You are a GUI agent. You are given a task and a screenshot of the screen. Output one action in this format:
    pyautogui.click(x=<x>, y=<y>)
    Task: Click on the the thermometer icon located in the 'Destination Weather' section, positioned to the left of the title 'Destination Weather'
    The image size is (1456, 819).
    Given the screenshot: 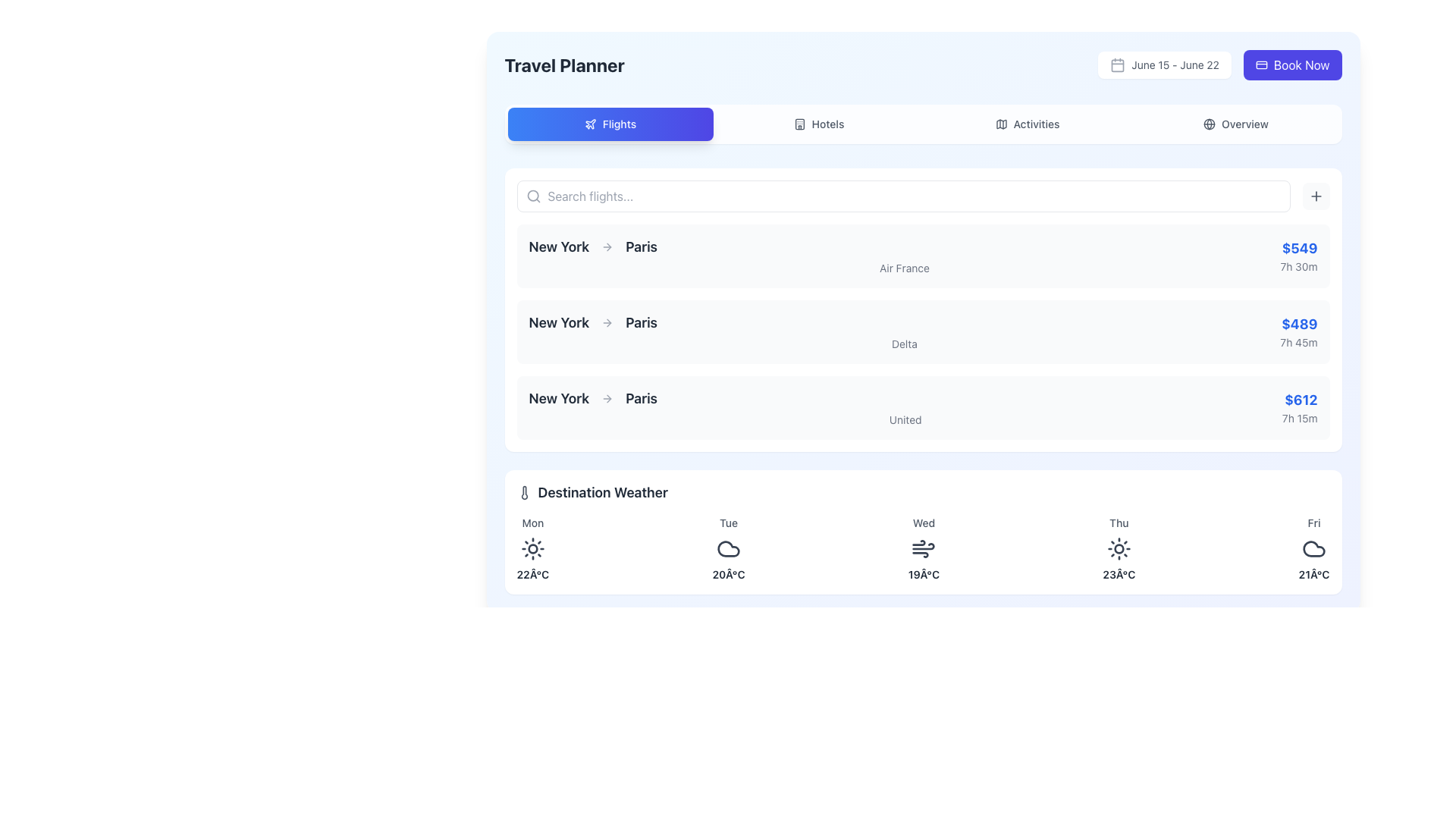 What is the action you would take?
    pyautogui.click(x=524, y=493)
    